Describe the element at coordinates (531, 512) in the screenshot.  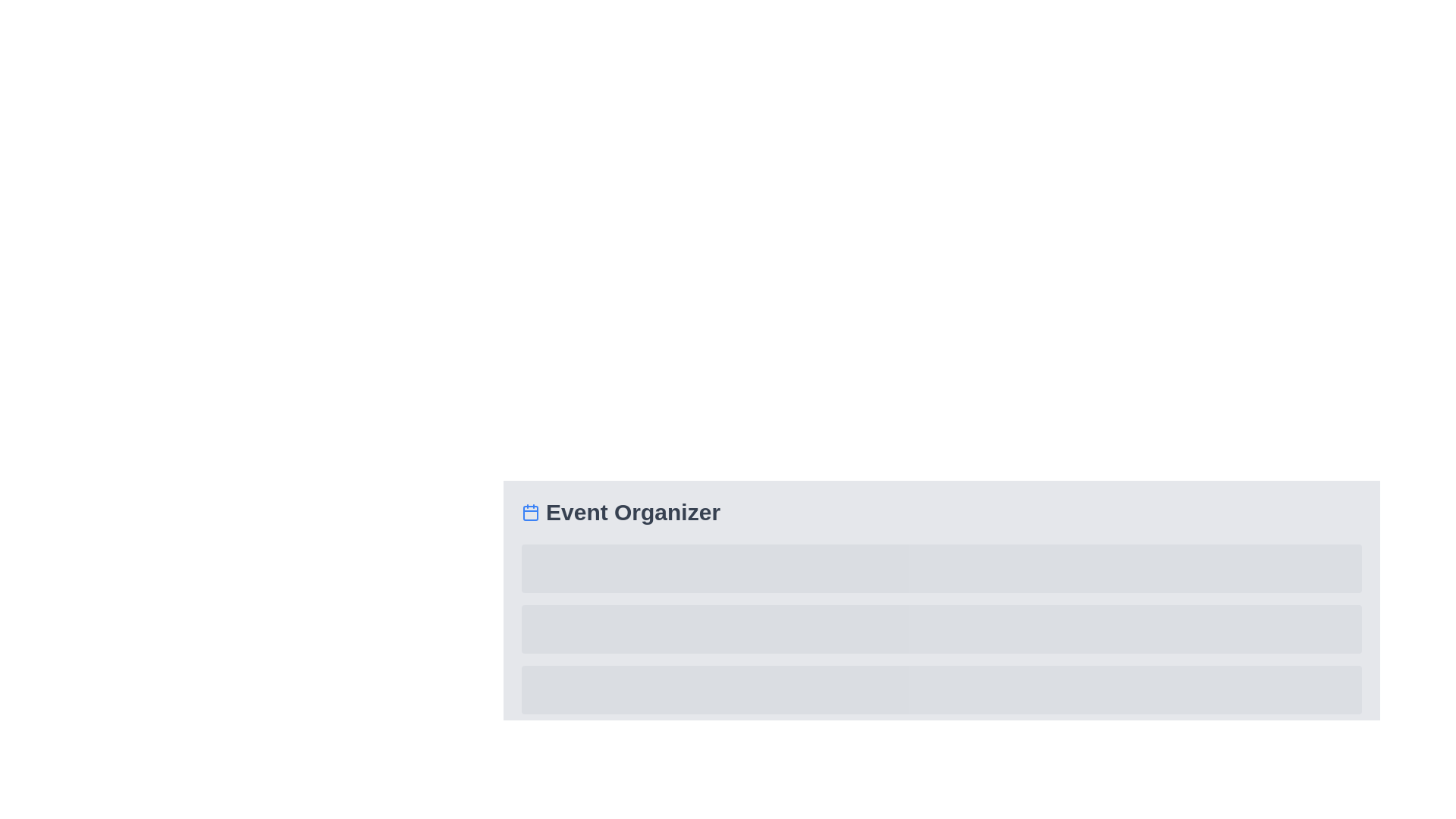
I see `the calendar icon with a blue outline and grid design, which is located to the left of the text 'Event Organizer'` at that location.